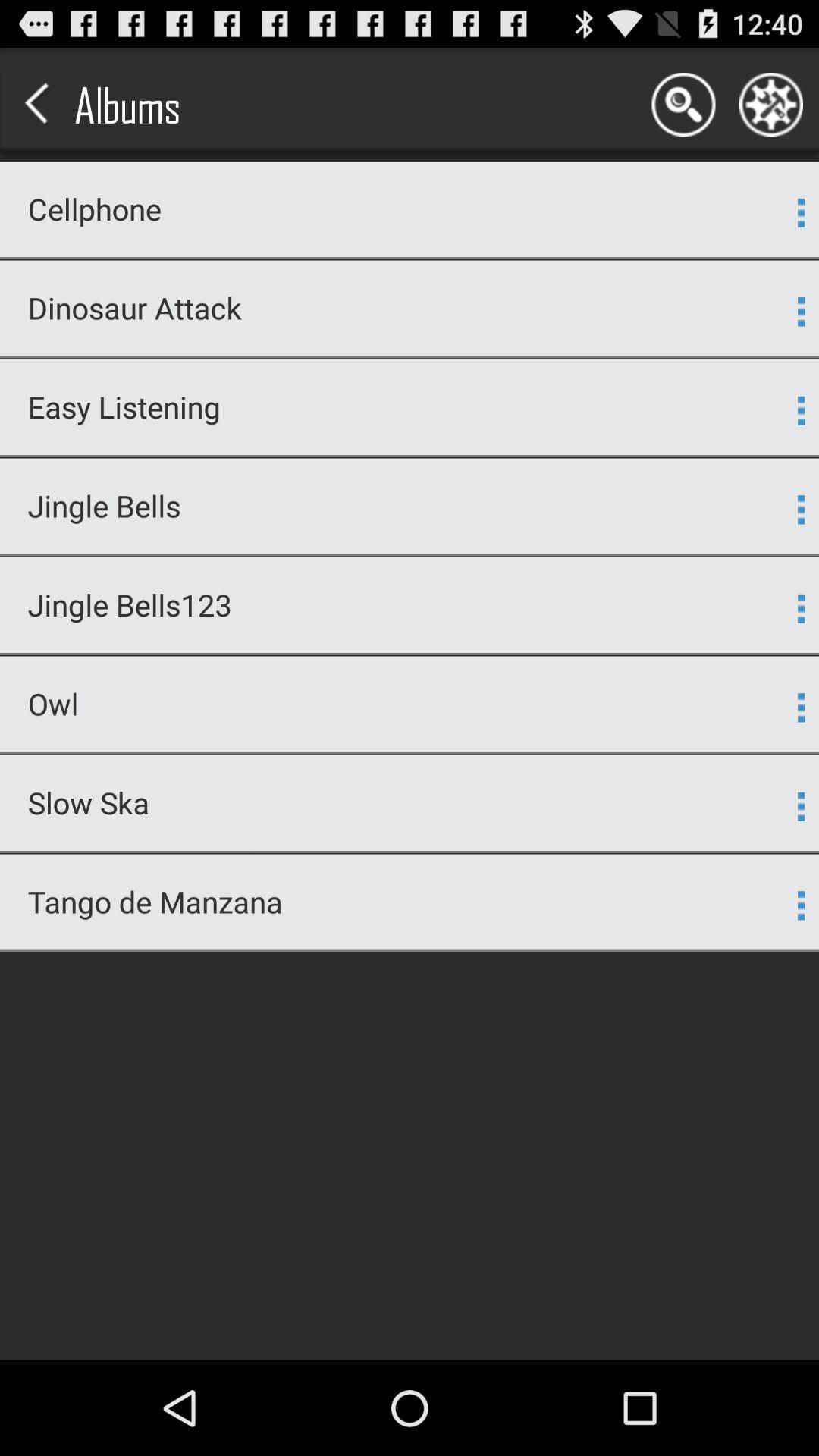  What do you see at coordinates (771, 111) in the screenshot?
I see `the build icon` at bounding box center [771, 111].